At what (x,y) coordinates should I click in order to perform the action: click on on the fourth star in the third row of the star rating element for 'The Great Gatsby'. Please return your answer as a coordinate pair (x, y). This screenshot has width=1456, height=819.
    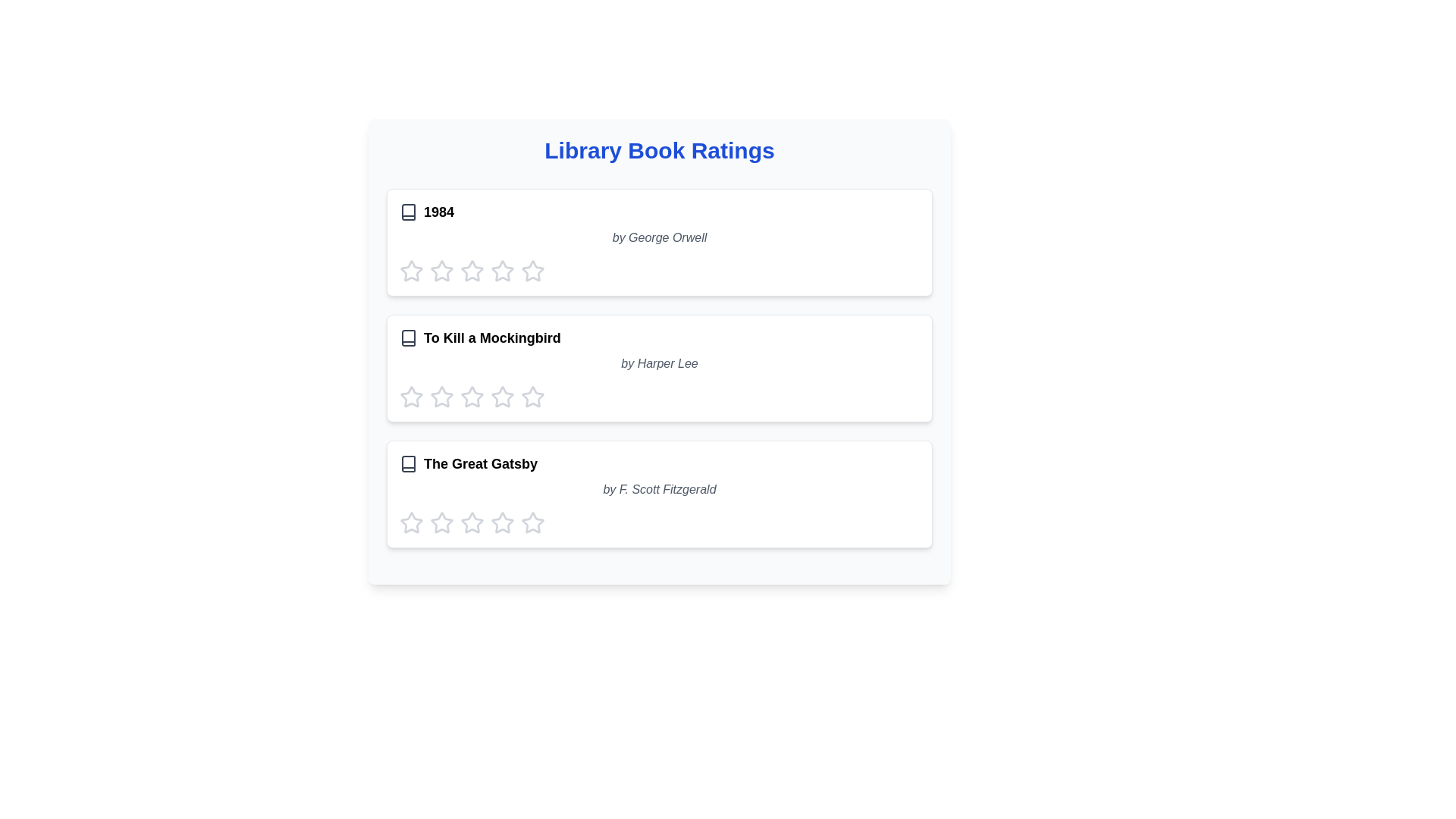
    Looking at the image, I should click on (532, 522).